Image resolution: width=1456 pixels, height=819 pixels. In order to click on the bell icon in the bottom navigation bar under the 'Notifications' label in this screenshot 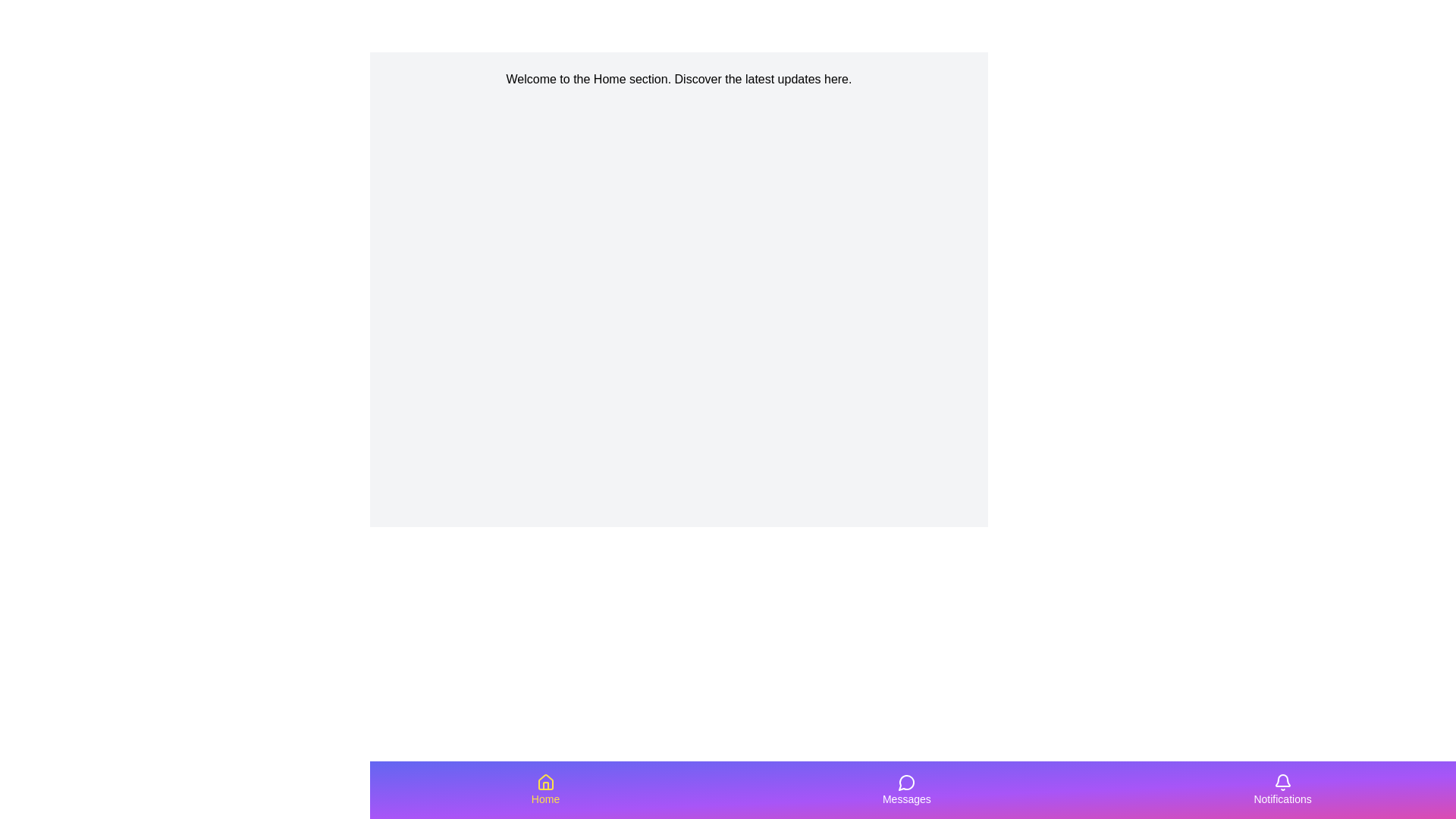, I will do `click(1281, 783)`.